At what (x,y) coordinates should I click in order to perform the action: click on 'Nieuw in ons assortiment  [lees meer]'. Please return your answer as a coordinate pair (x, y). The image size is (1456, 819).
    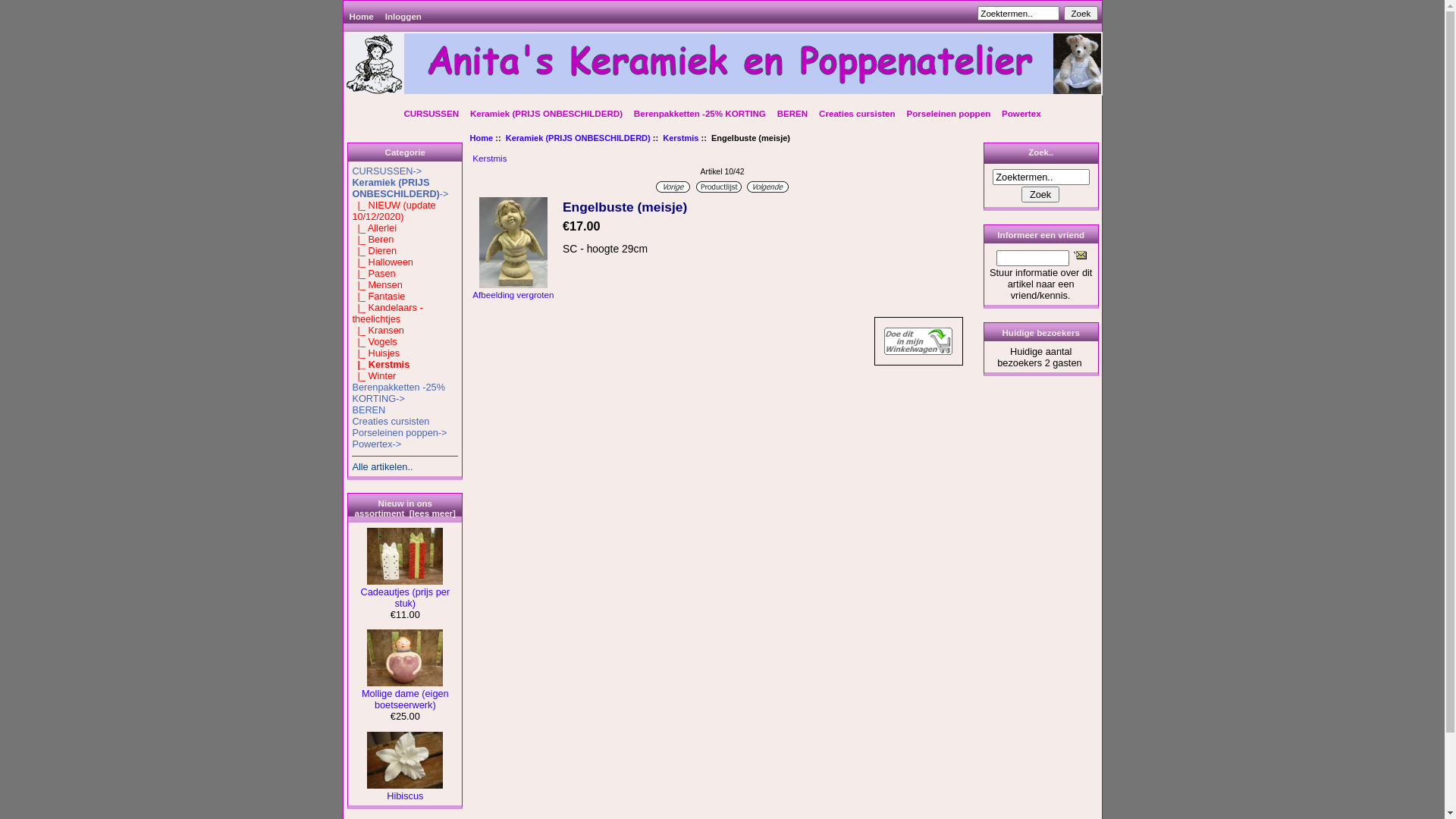
    Looking at the image, I should click on (353, 508).